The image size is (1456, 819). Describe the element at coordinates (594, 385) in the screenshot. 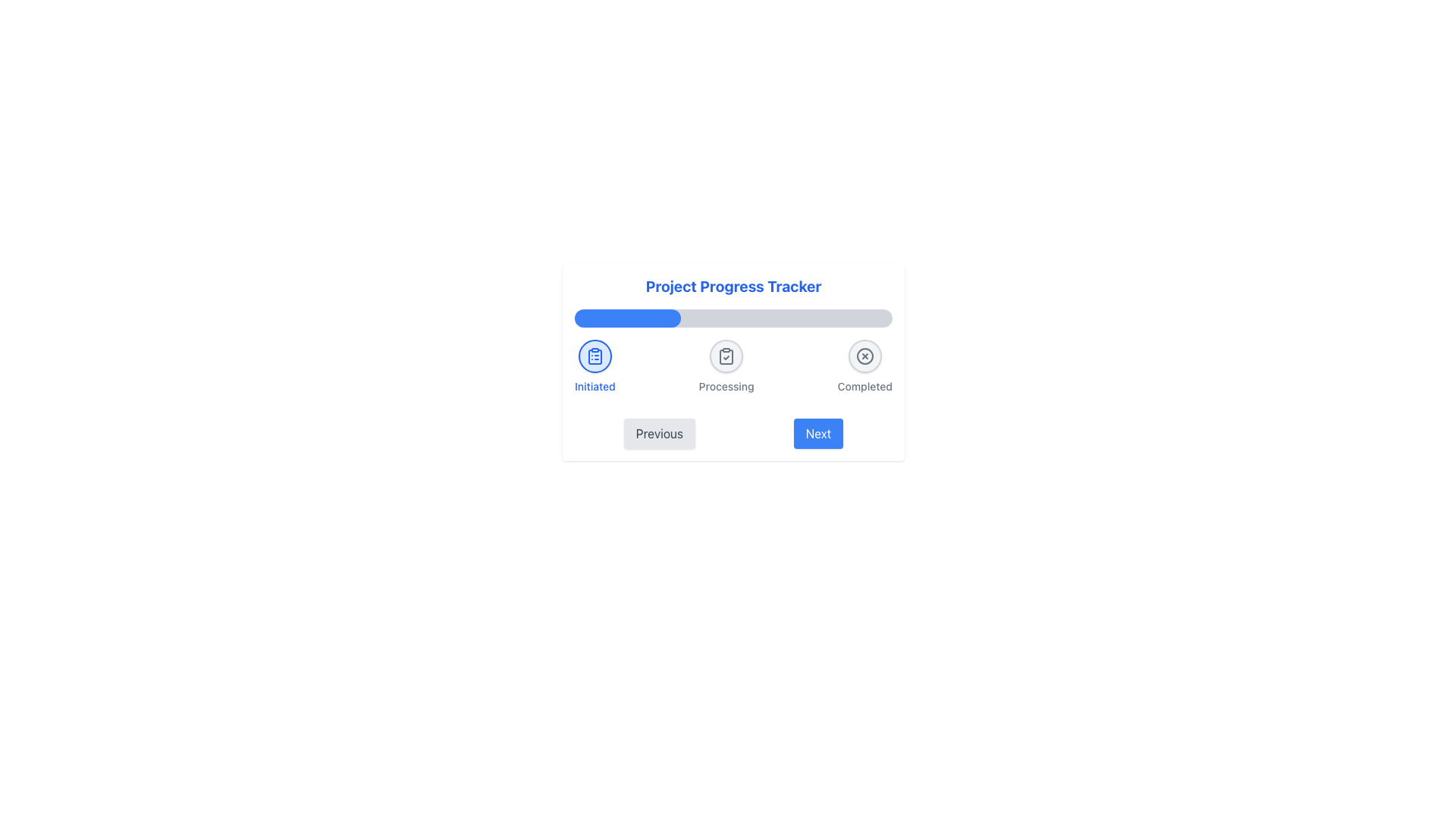

I see `the status label indicating the 'Initiated' stage of the process, positioned at the bottom of the first column in the progress tracker` at that location.